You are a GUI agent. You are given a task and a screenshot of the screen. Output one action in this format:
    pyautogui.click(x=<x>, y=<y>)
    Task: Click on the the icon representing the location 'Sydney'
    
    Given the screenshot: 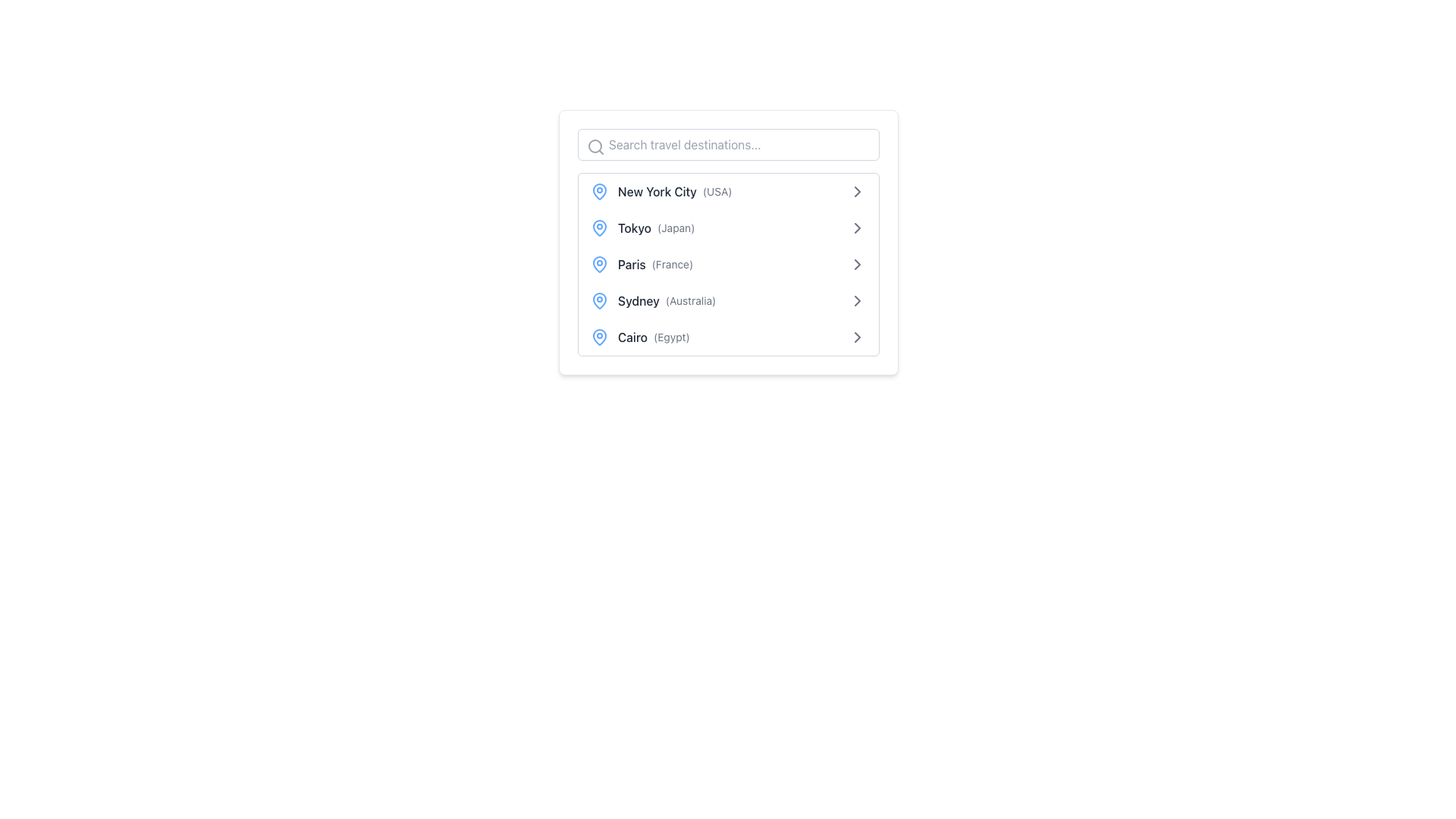 What is the action you would take?
    pyautogui.click(x=599, y=301)
    